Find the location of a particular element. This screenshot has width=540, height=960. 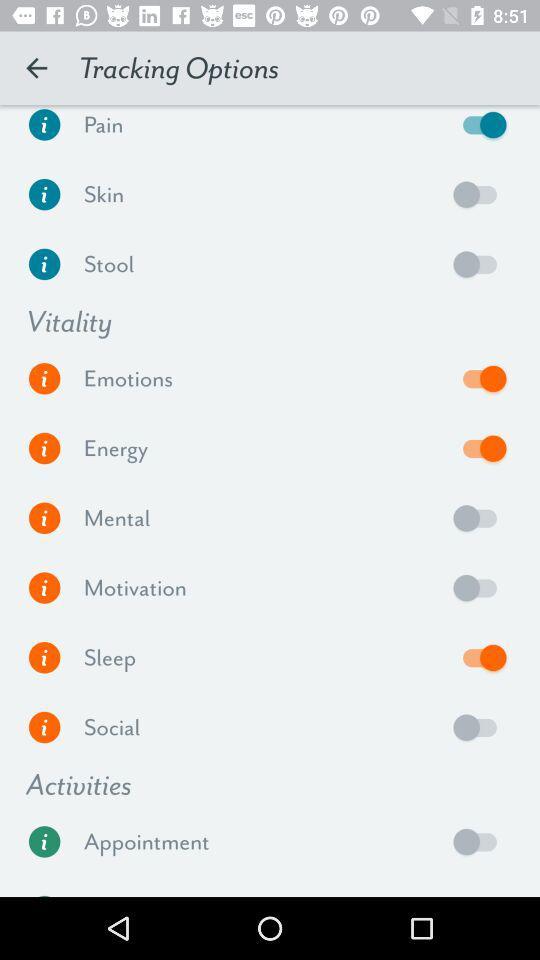

get more information is located at coordinates (44, 448).